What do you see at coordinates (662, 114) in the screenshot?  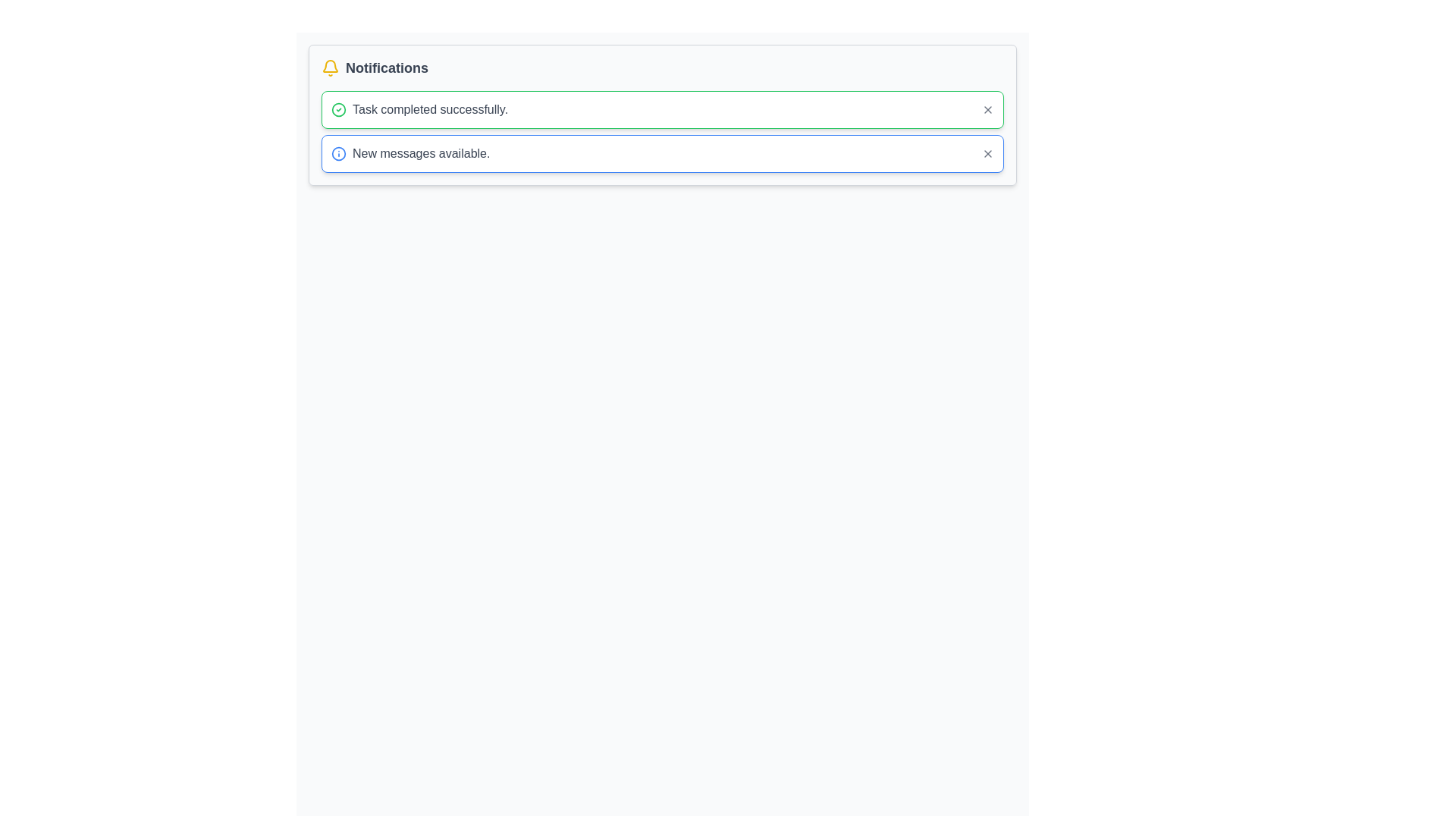 I see `the first notification card in the 'Notifications' section, which notifies the user of successfully completed tasks` at bounding box center [662, 114].